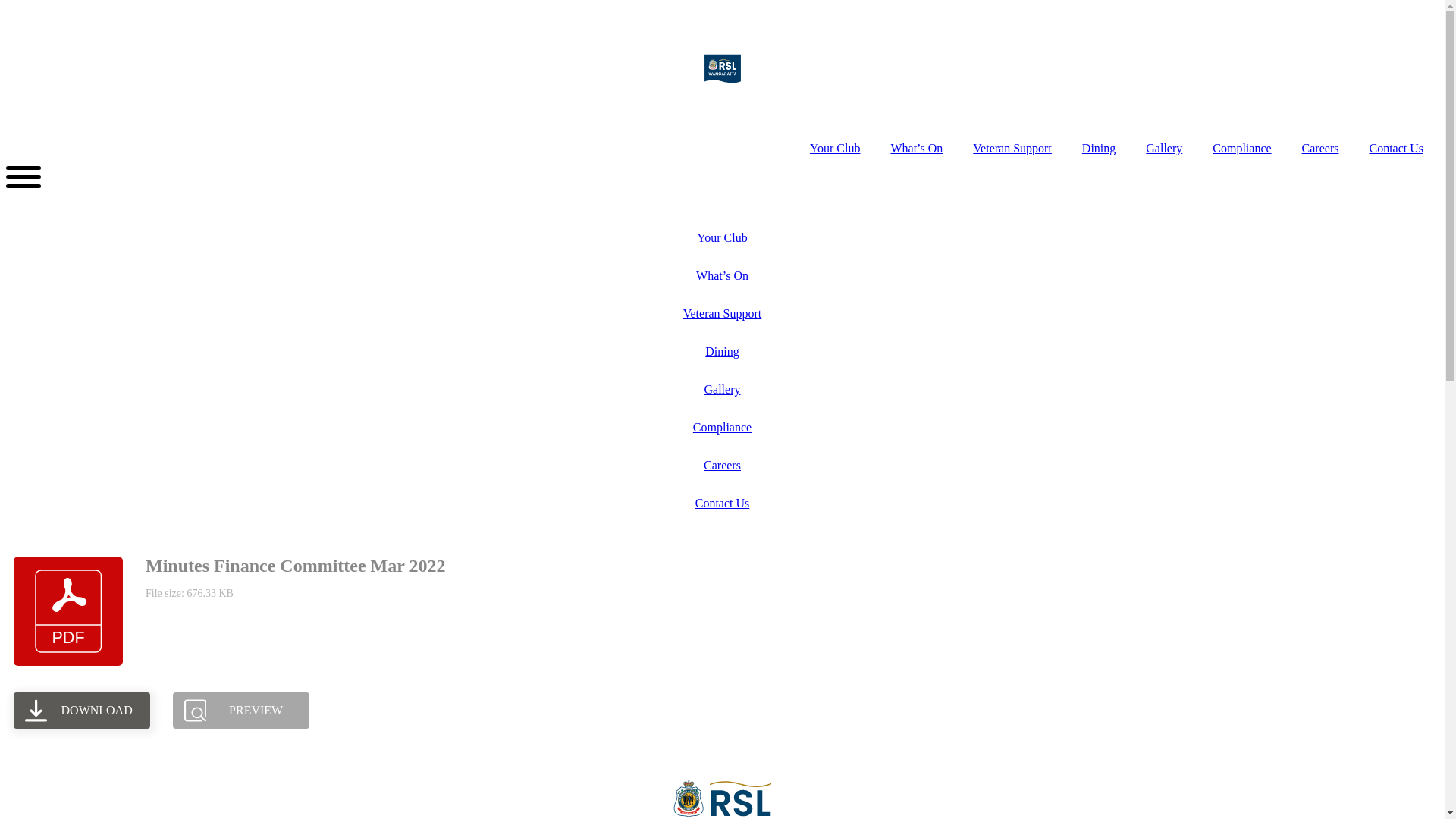 The height and width of the screenshot is (819, 1456). Describe the element at coordinates (721, 427) in the screenshot. I see `'Compliance'` at that location.